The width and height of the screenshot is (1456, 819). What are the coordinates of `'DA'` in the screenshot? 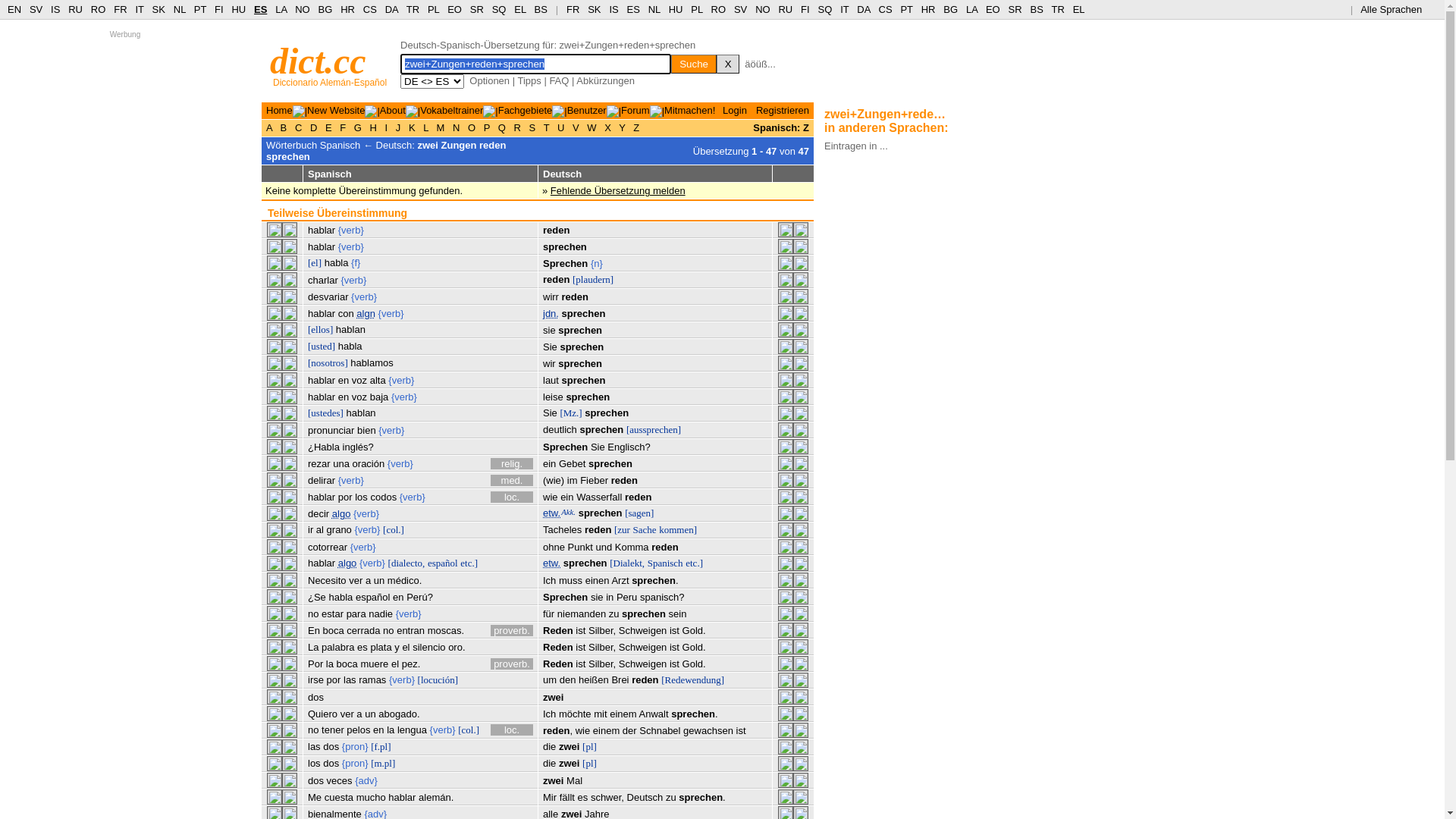 It's located at (863, 9).